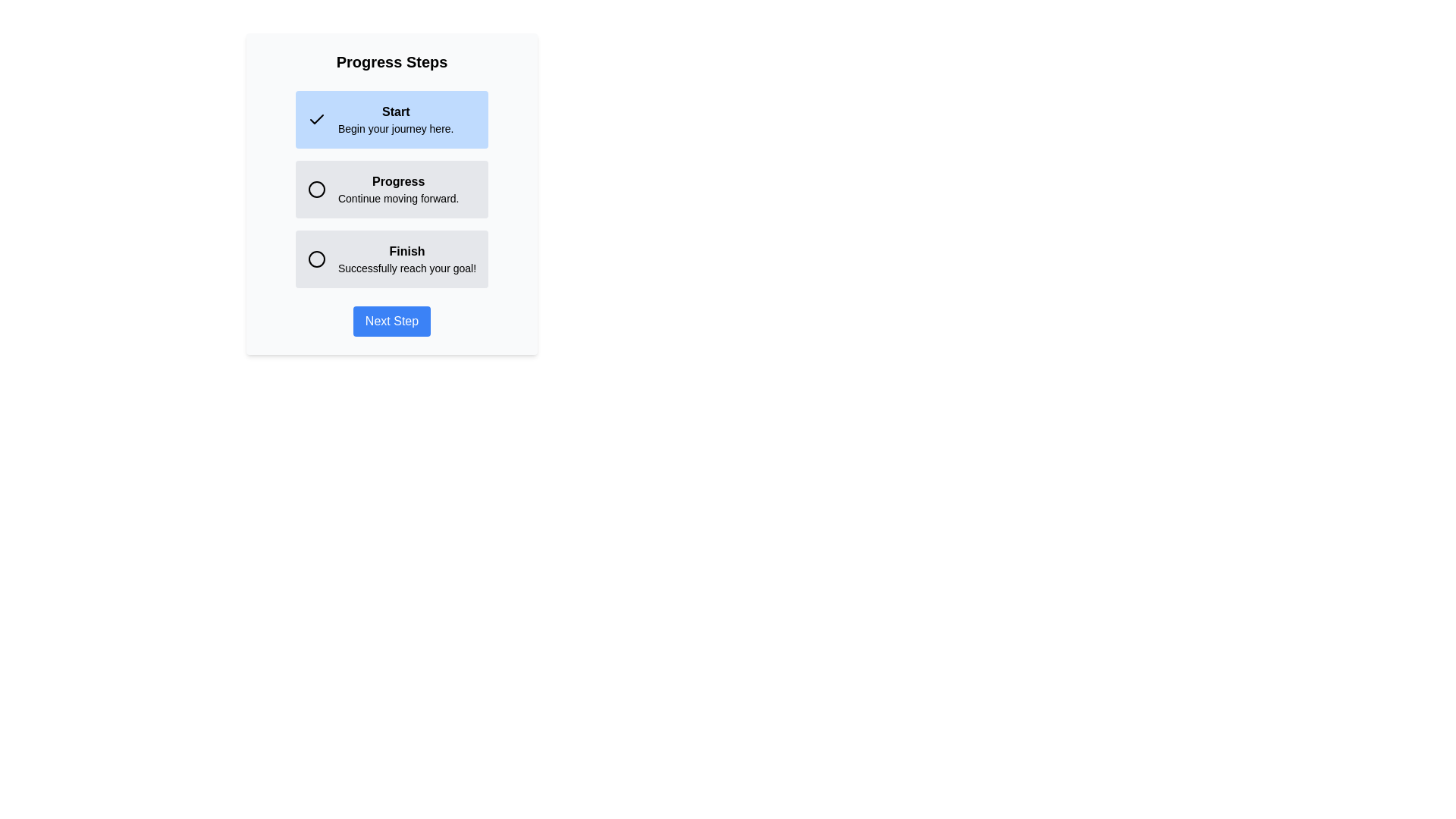  Describe the element at coordinates (398, 189) in the screenshot. I see `the Text block that communicates the current step status in the multi-step process, positioned centrally below the 'Start' step and above the 'Finish' step` at that location.